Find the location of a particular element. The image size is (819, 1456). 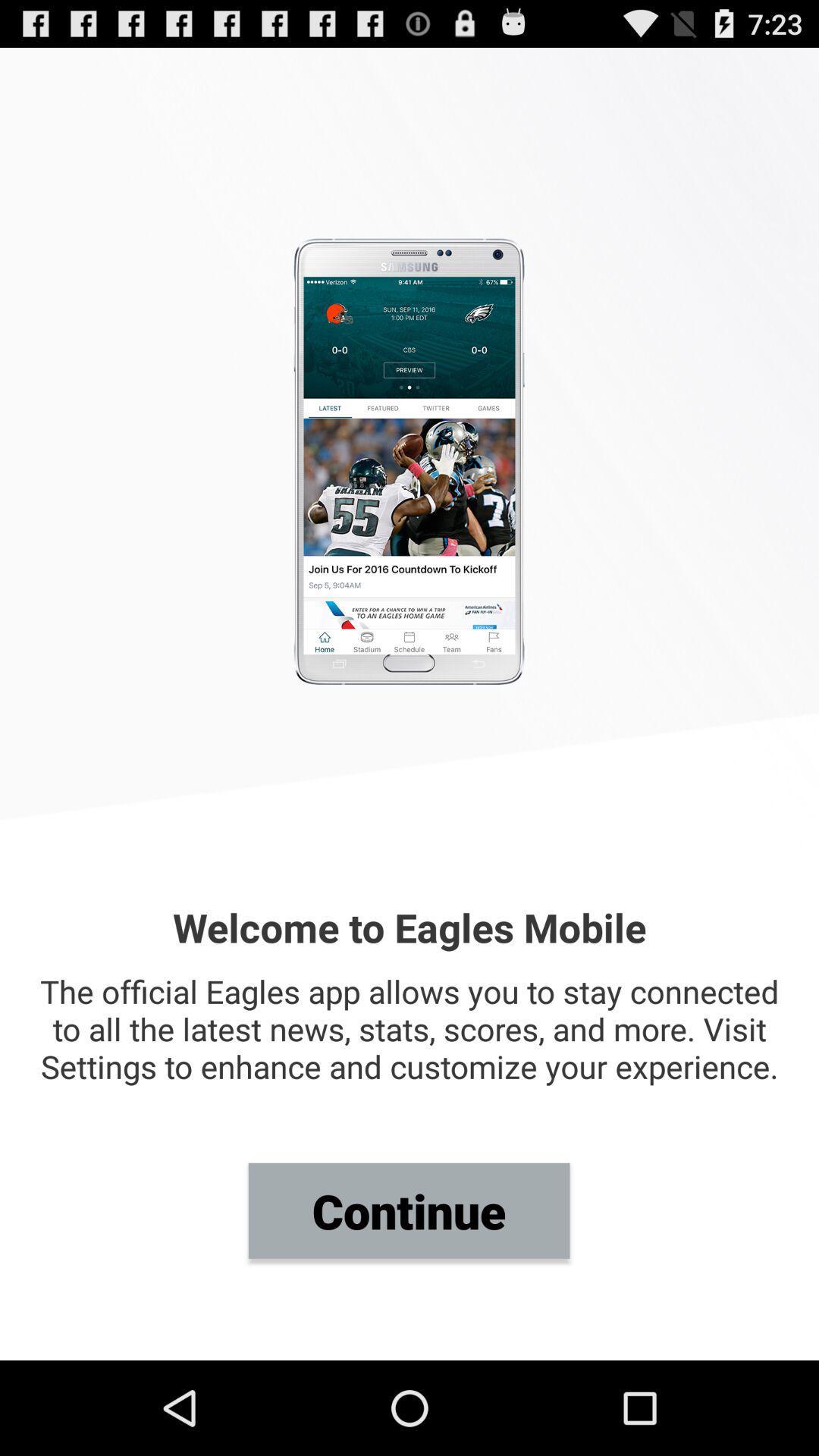

continue item is located at coordinates (408, 1210).